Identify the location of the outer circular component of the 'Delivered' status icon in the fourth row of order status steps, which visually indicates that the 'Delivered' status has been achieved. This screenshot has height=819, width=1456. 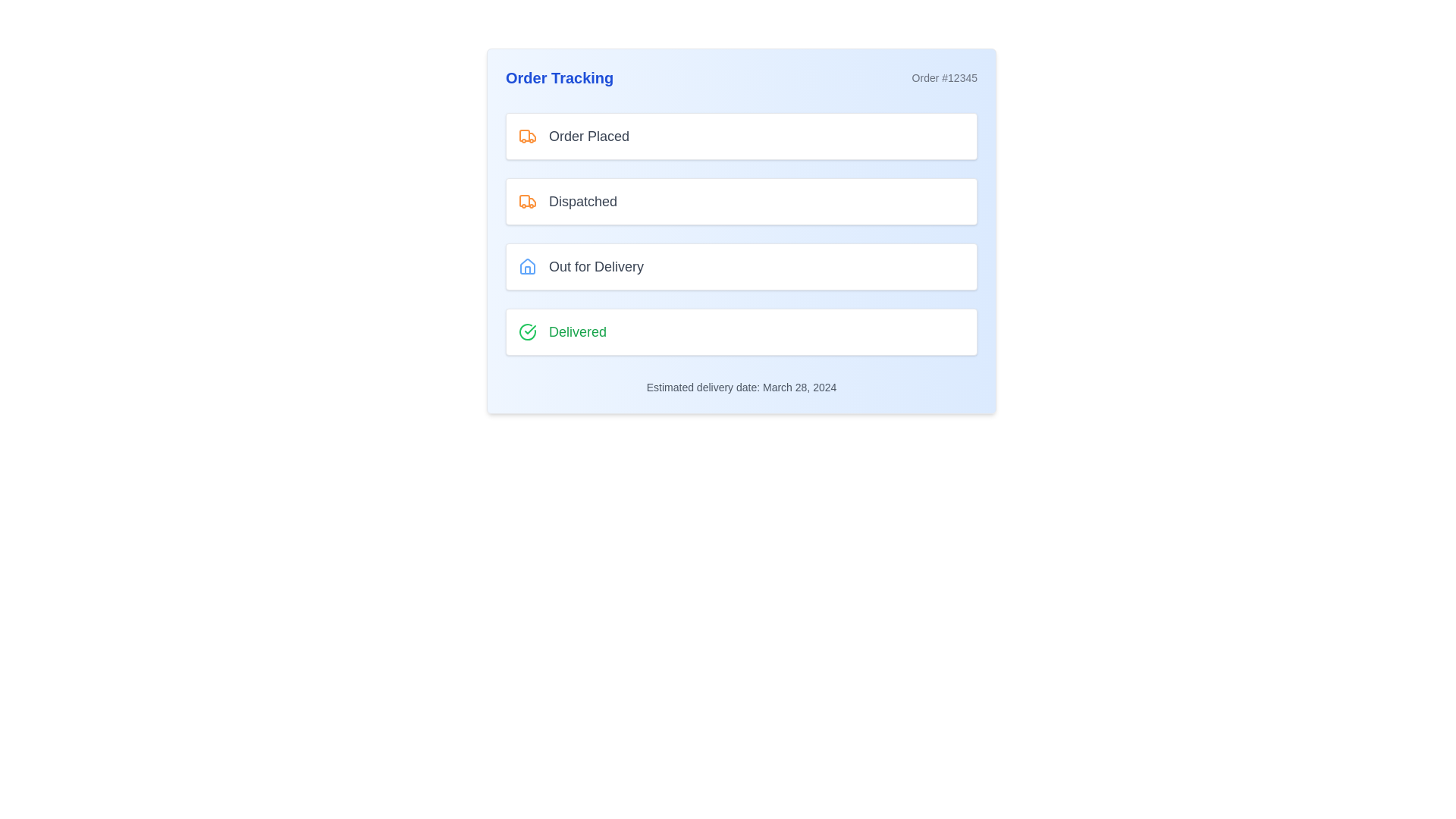
(528, 331).